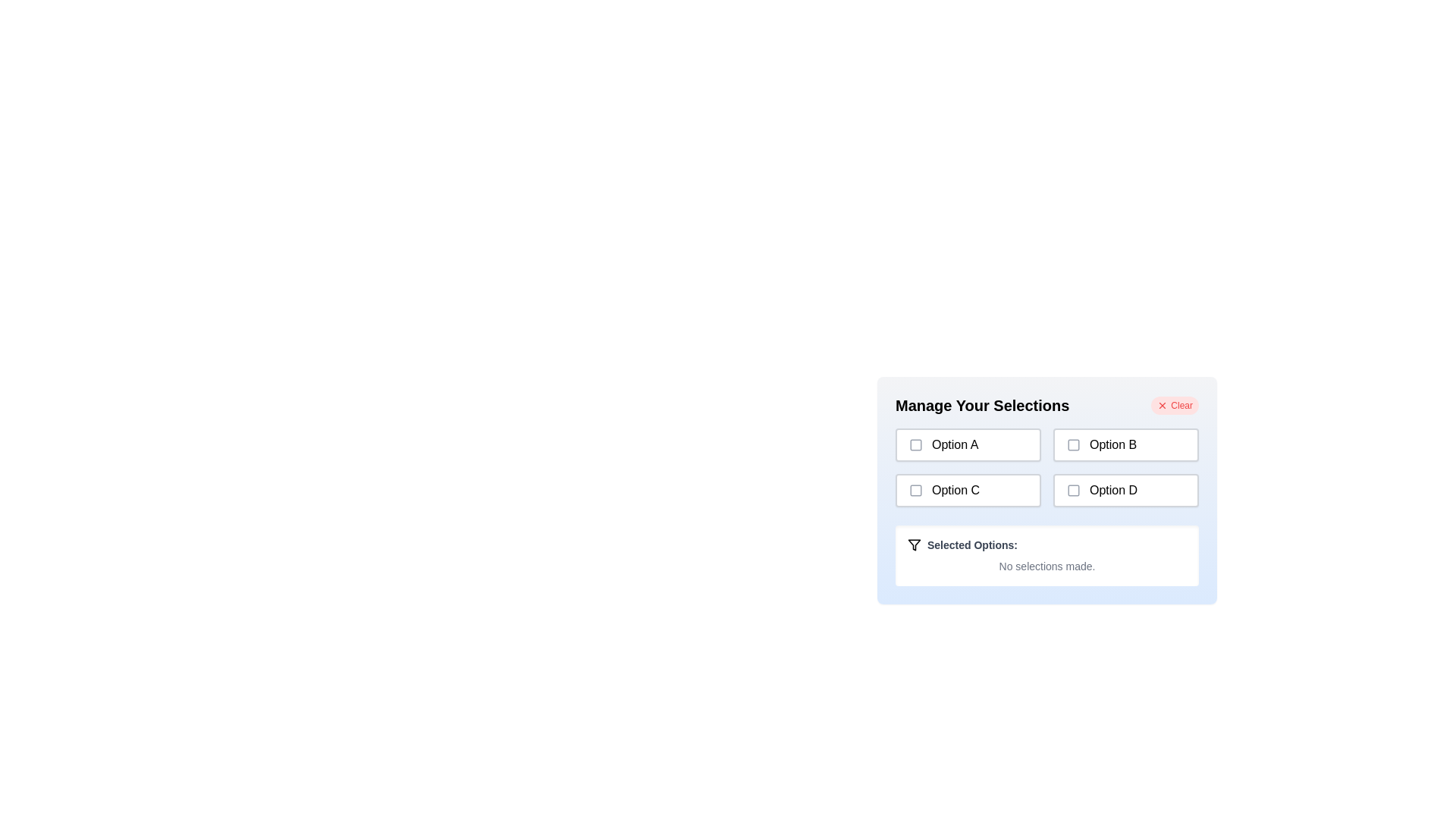  What do you see at coordinates (915, 491) in the screenshot?
I see `the checkbox corresponding to Option C` at bounding box center [915, 491].